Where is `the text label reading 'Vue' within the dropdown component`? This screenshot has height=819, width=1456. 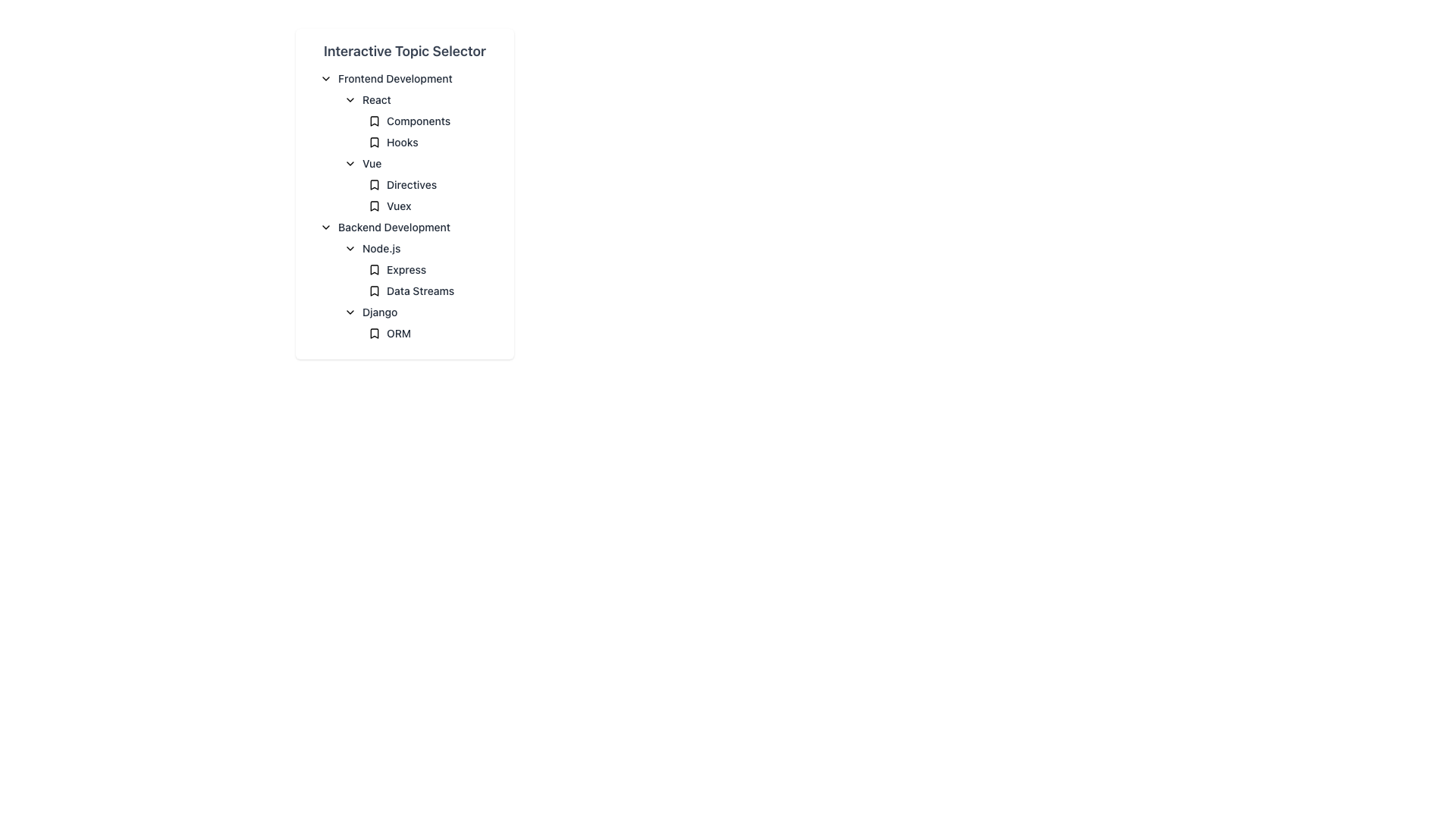
the text label reading 'Vue' within the dropdown component is located at coordinates (372, 164).